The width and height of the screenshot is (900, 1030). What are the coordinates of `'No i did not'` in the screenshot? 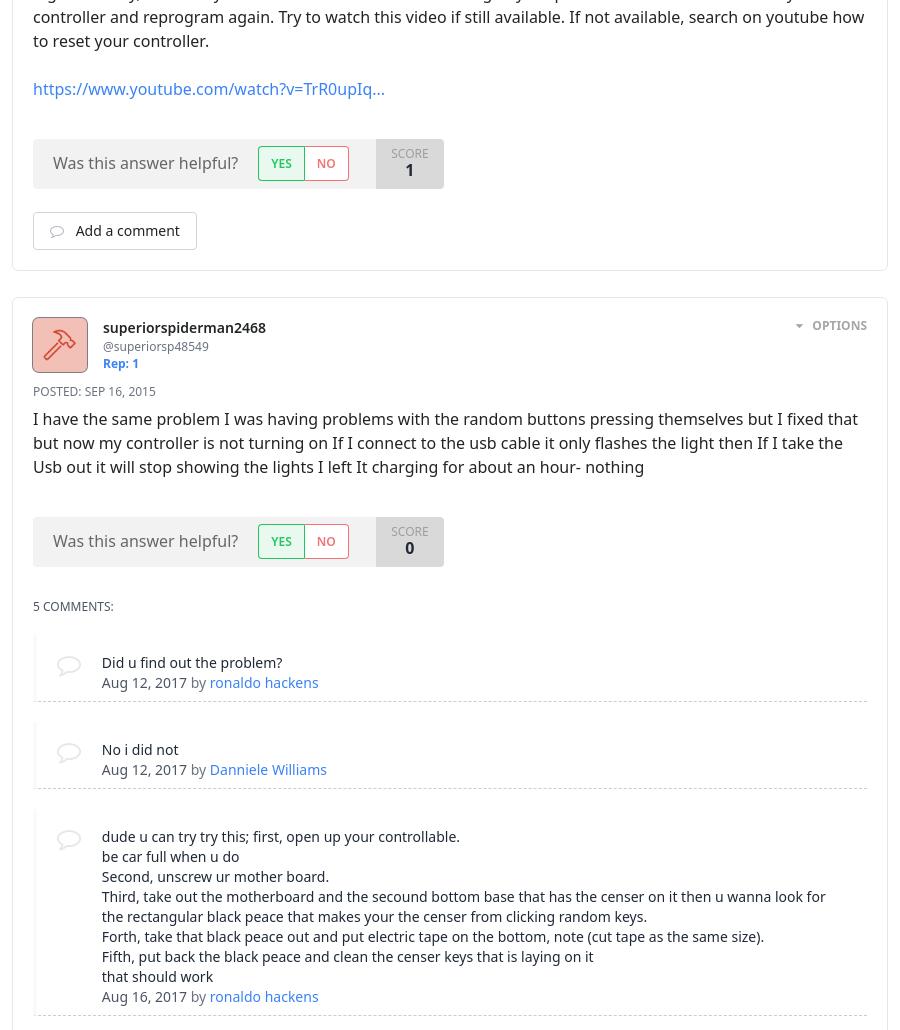 It's located at (99, 748).